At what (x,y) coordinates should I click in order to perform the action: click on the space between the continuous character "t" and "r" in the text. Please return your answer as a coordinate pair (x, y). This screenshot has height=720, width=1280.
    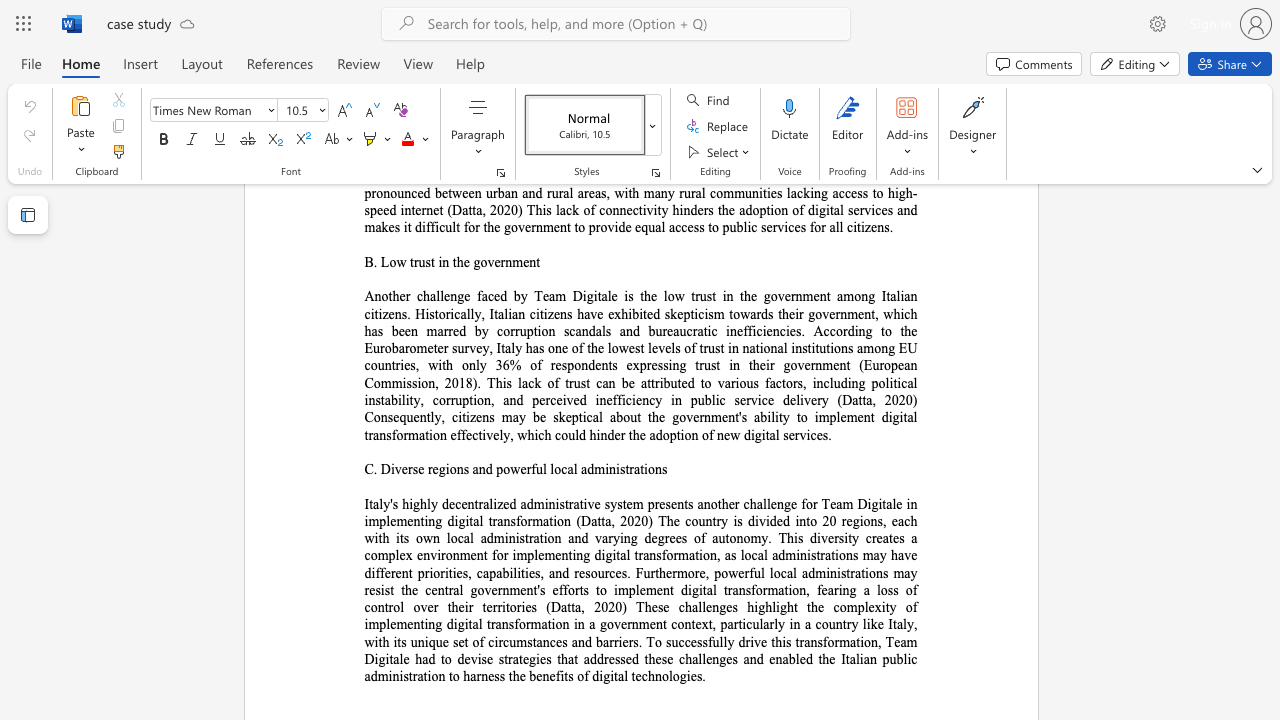
    Looking at the image, I should click on (628, 469).